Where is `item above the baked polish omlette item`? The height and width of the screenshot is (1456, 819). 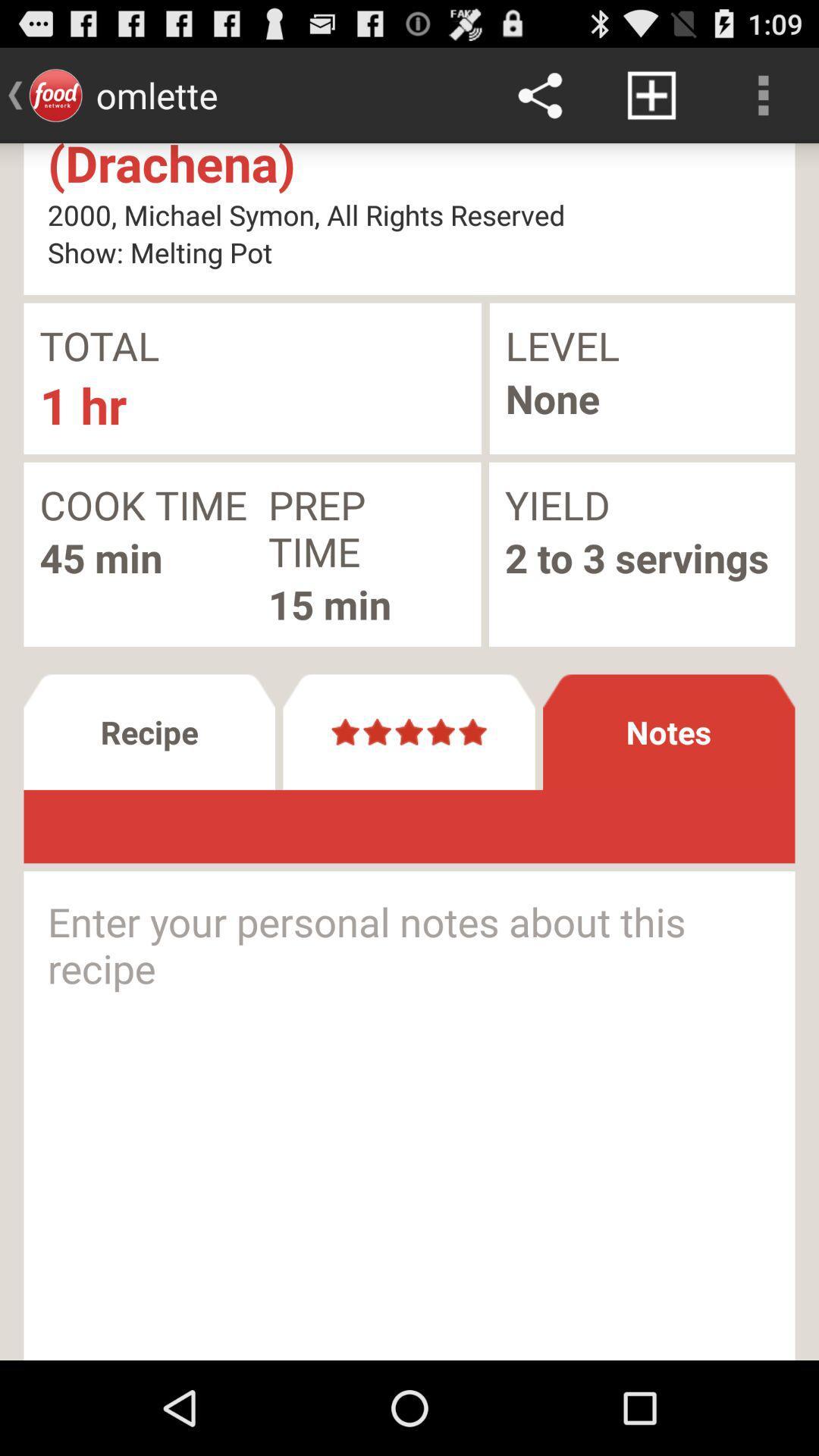
item above the baked polish omlette item is located at coordinates (763, 94).